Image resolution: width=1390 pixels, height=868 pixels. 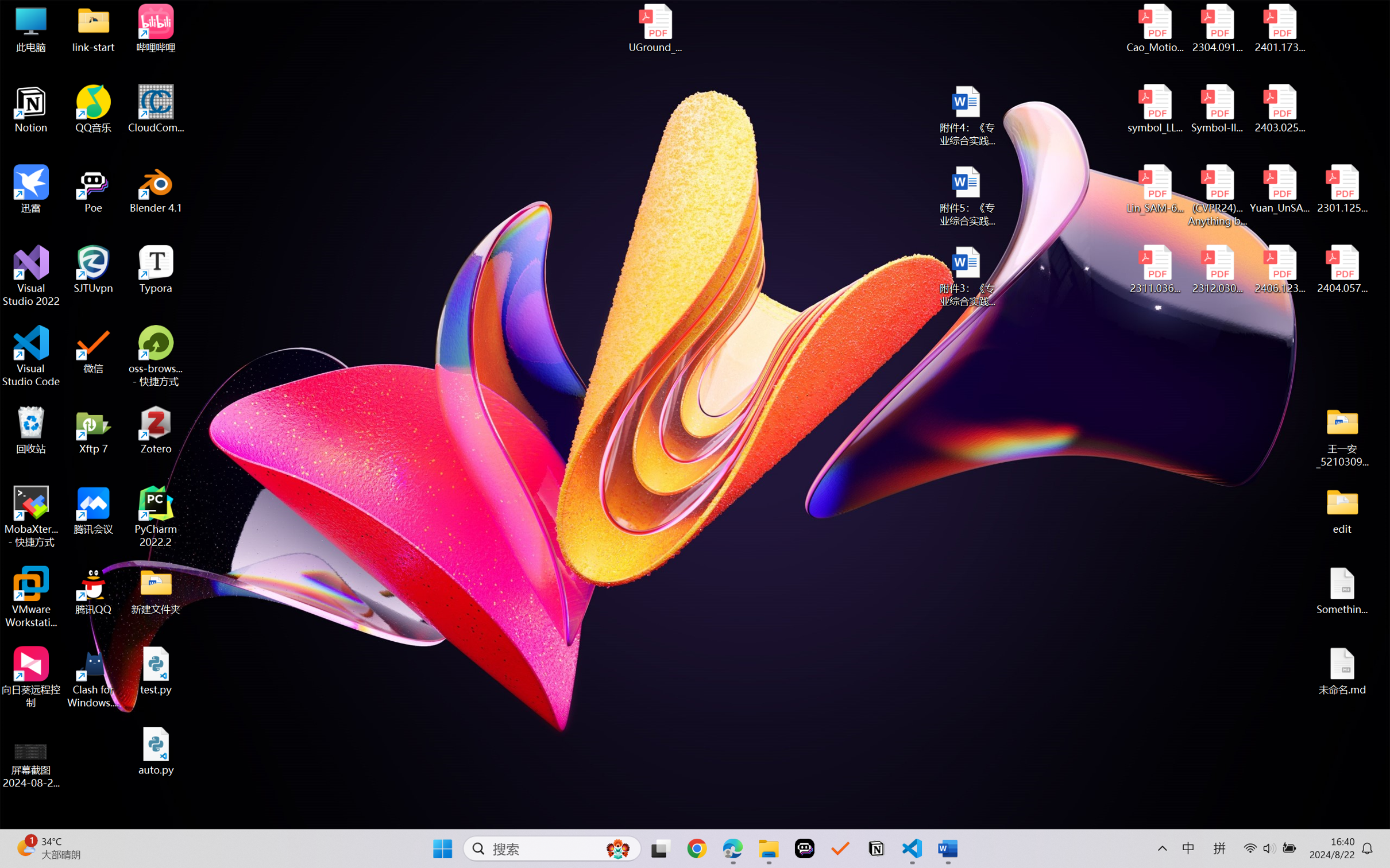 I want to click on 'Google Chrome', so click(x=697, y=848).